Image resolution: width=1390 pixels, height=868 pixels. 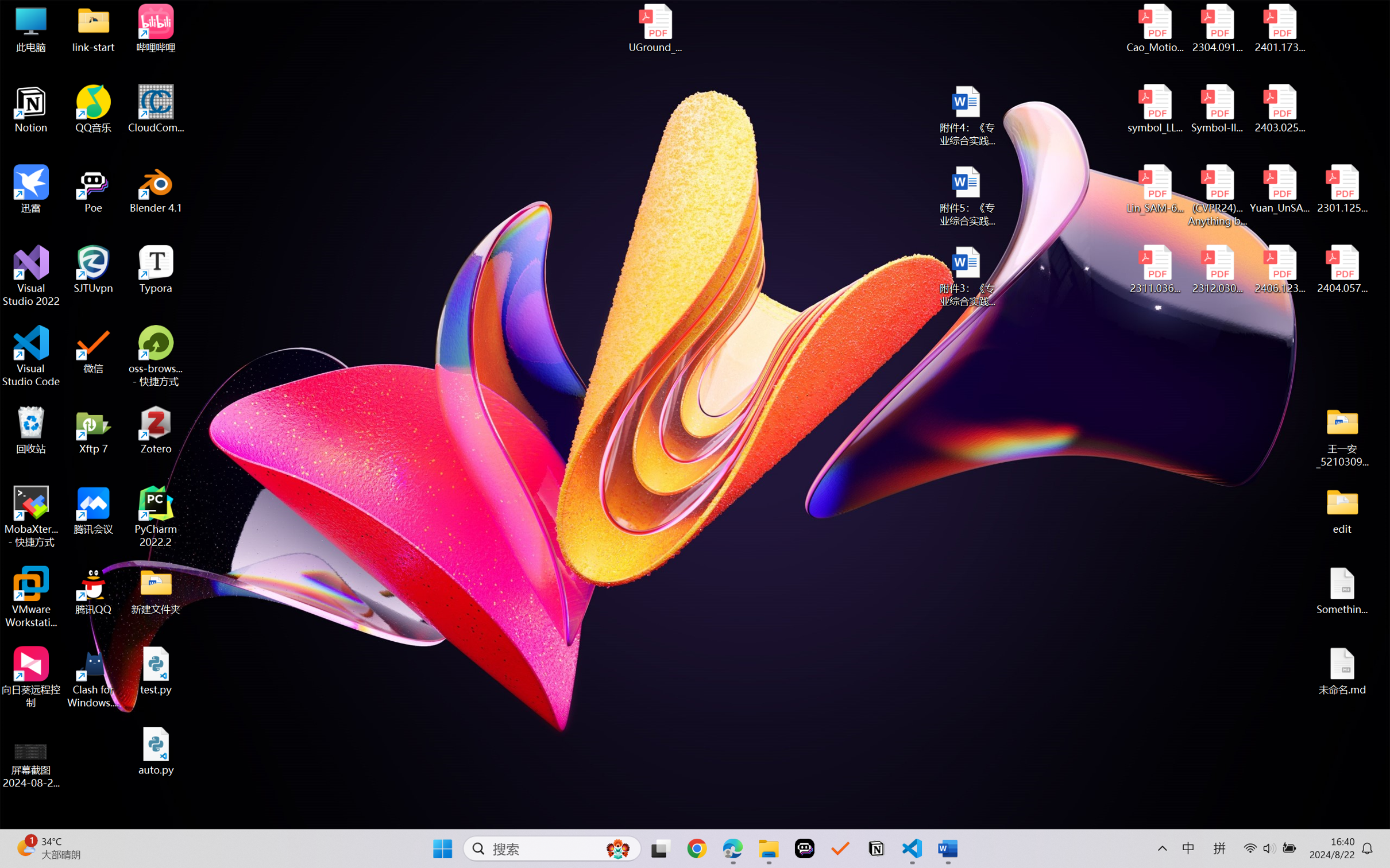 I want to click on 'Google Chrome', so click(x=697, y=848).